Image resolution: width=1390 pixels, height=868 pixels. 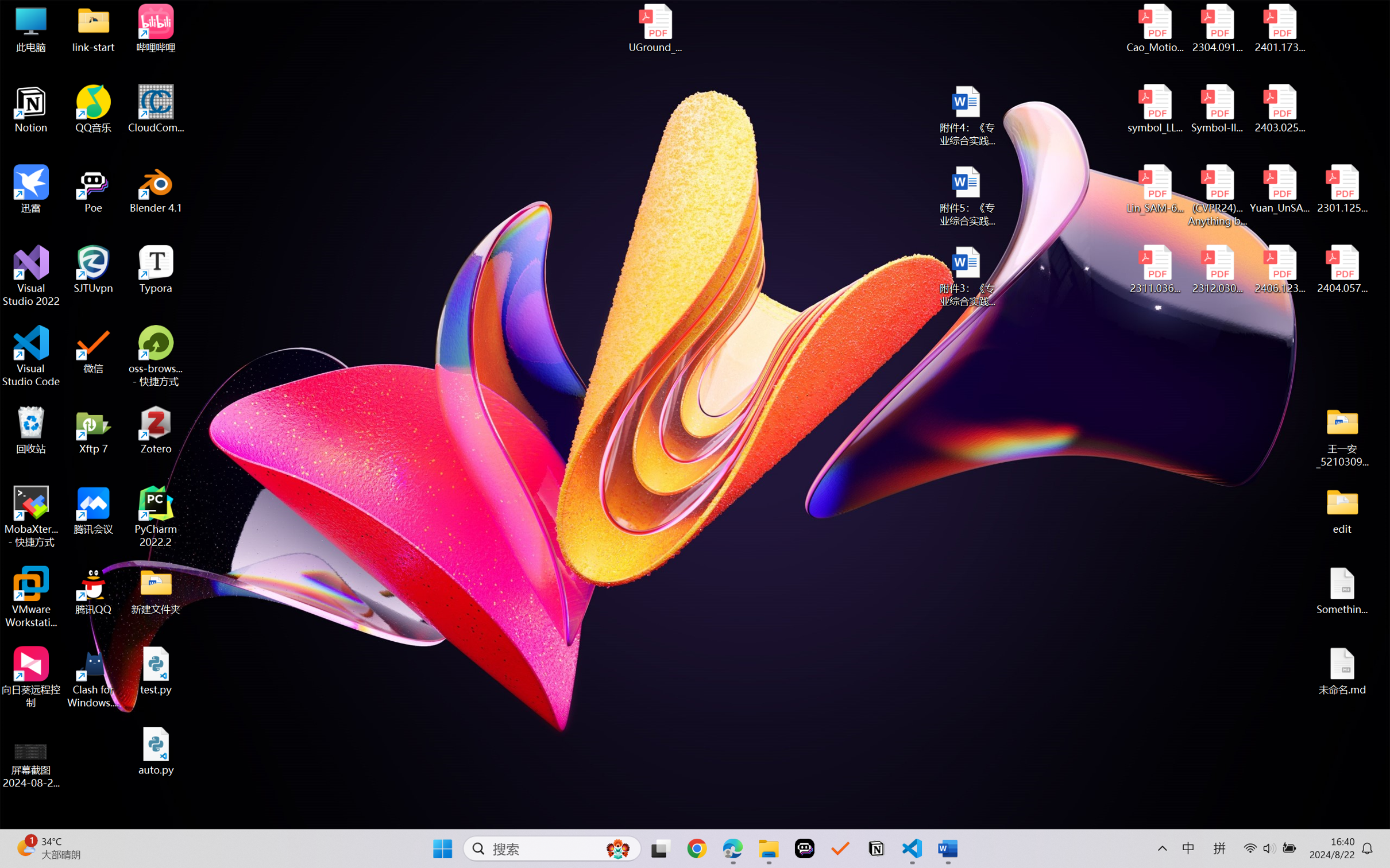 I want to click on 'Google Chrome', so click(x=697, y=848).